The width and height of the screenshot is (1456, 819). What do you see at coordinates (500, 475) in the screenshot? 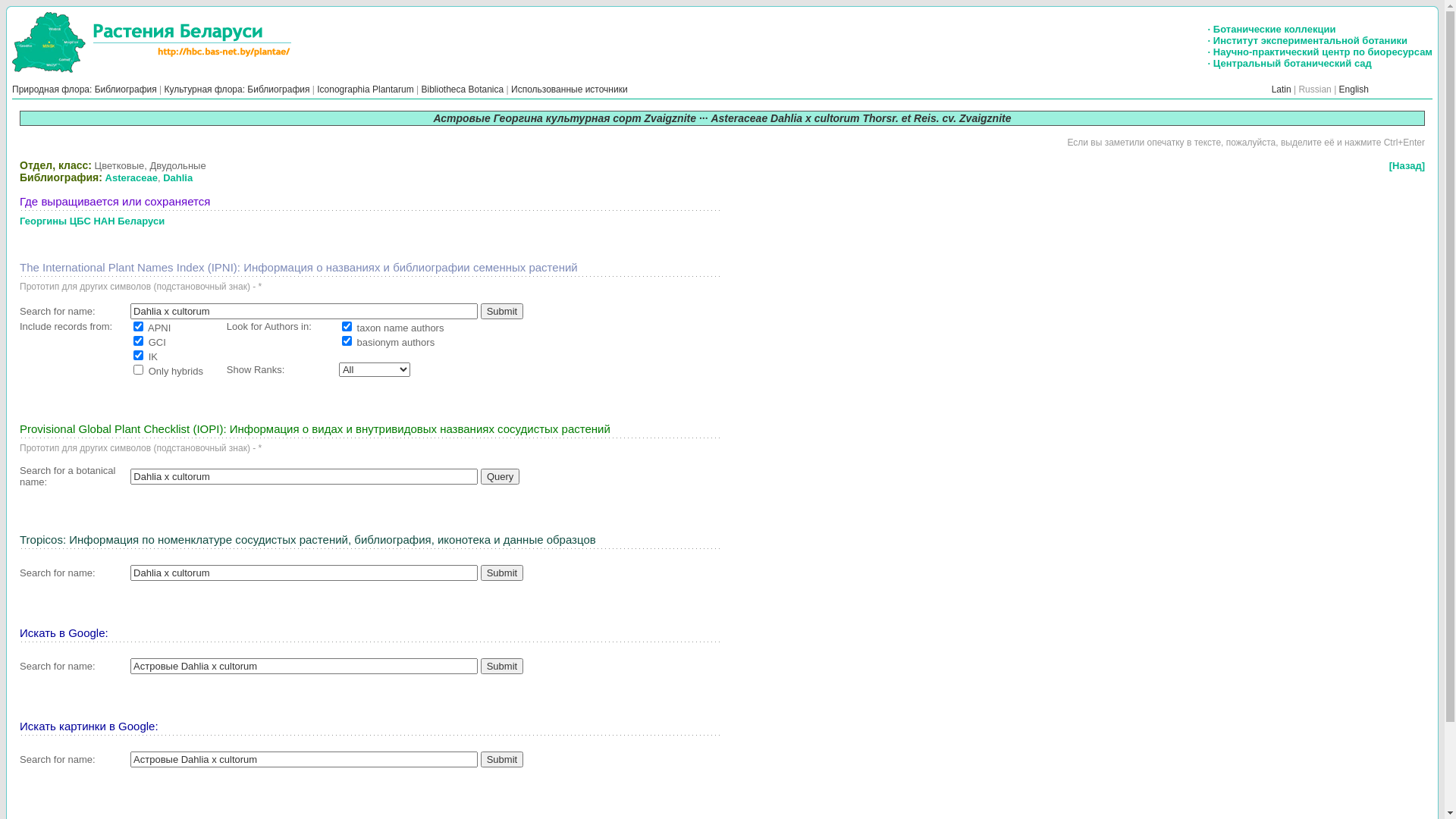
I see `'Query'` at bounding box center [500, 475].